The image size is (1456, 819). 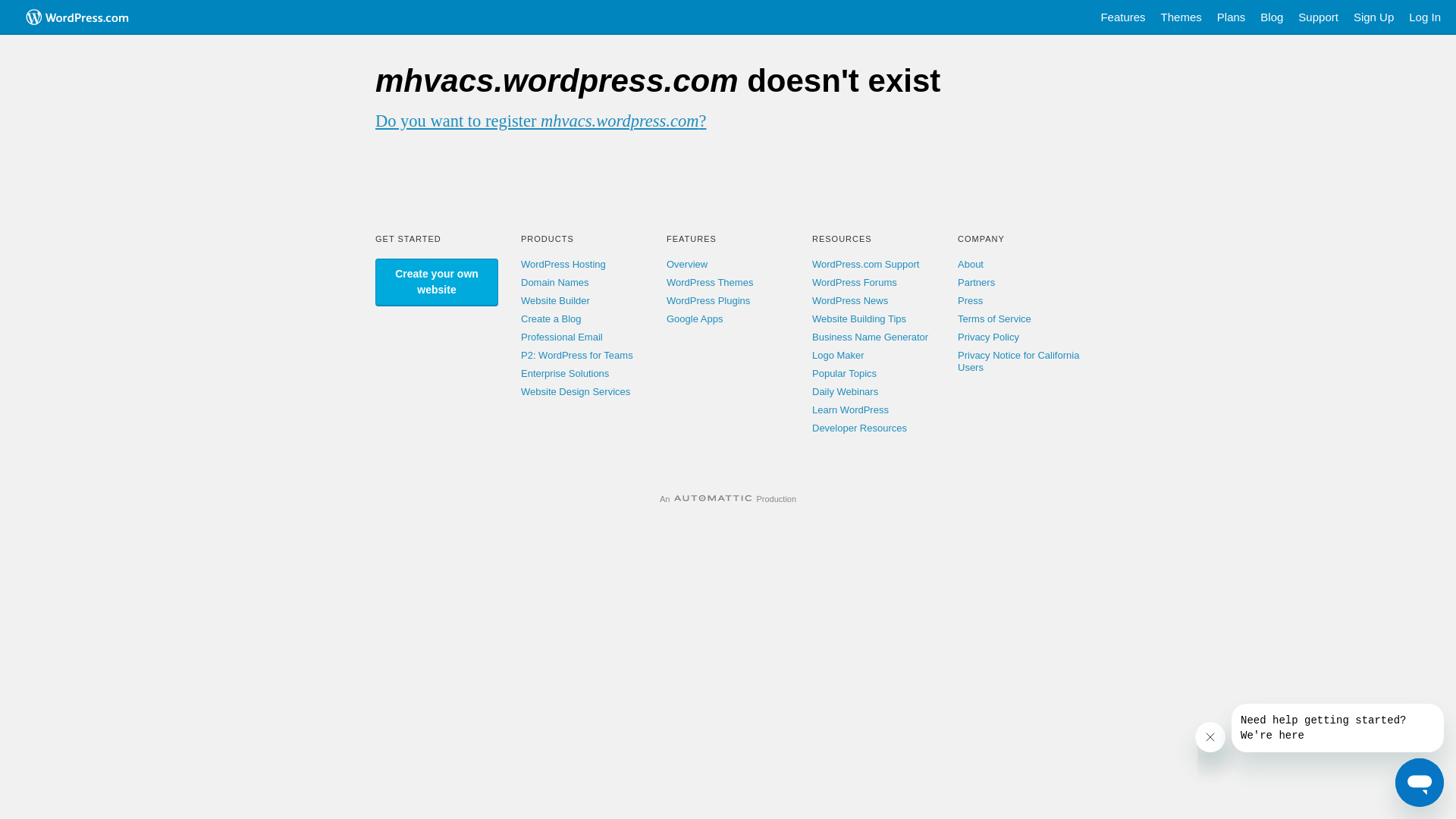 I want to click on 'About', so click(x=971, y=263).